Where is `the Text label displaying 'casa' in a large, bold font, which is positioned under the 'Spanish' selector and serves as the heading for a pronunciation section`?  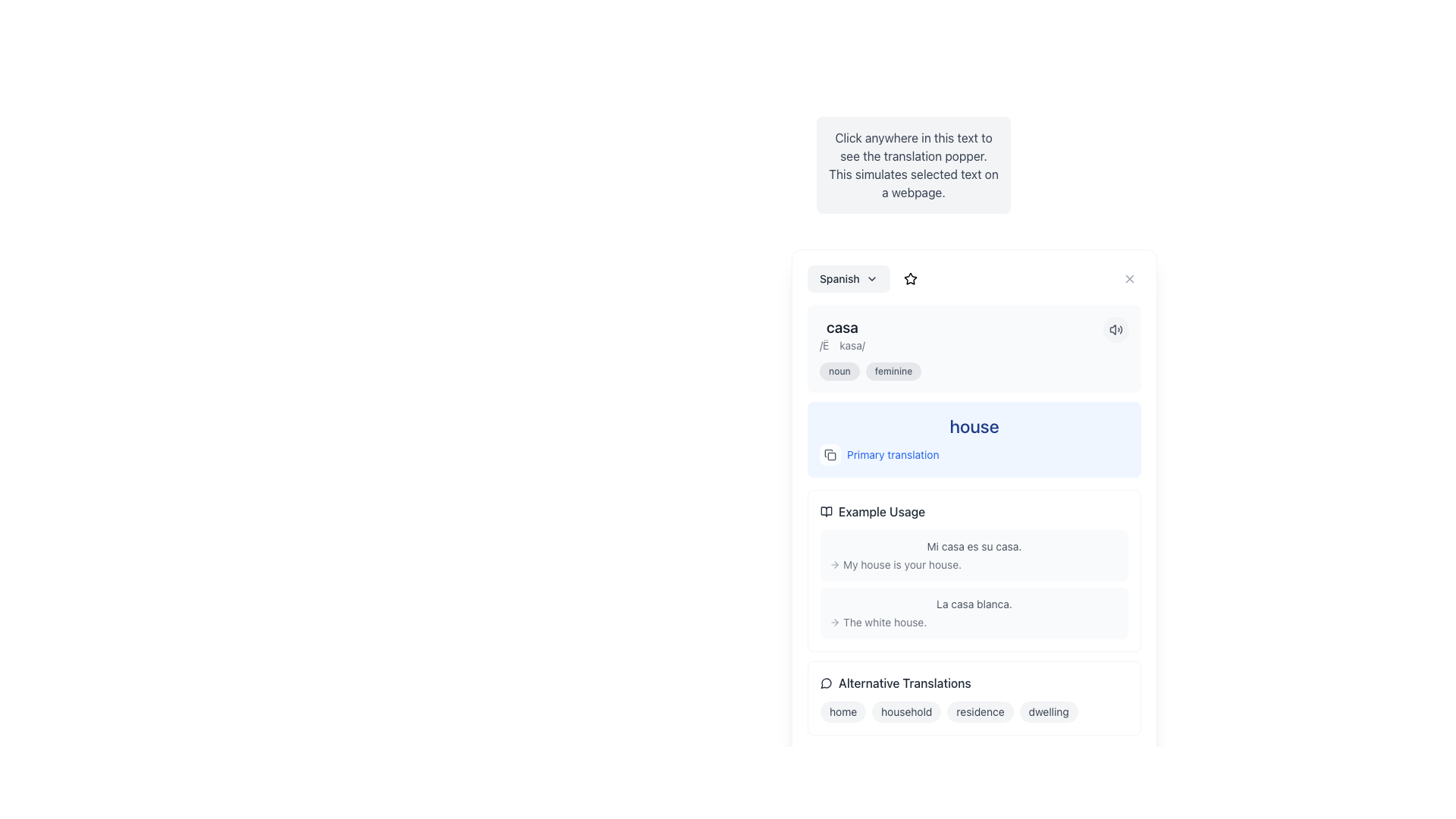
the Text label displaying 'casa' in a large, bold font, which is positioned under the 'Spanish' selector and serves as the heading for a pronunciation section is located at coordinates (841, 327).